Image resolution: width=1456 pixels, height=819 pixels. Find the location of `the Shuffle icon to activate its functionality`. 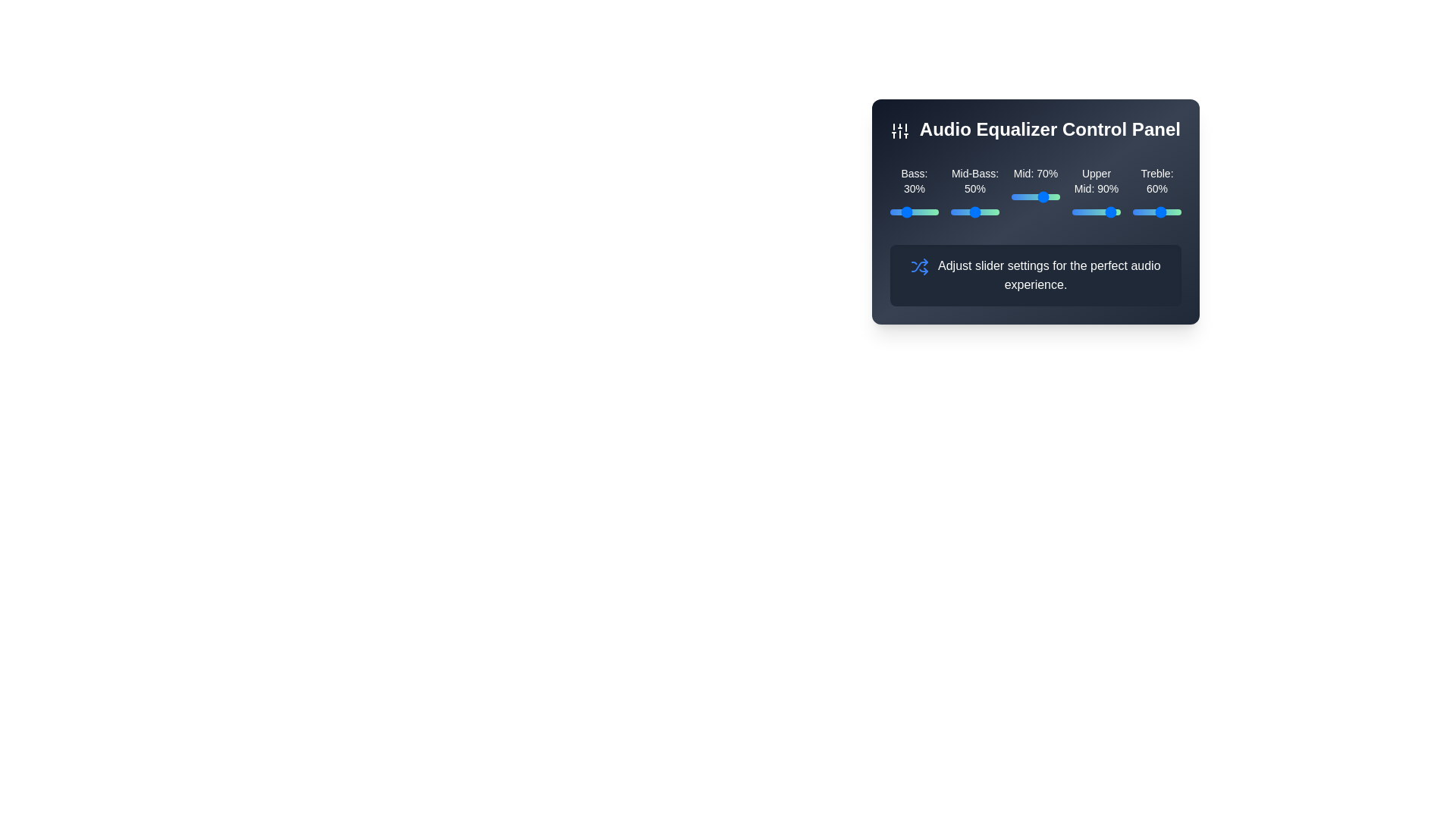

the Shuffle icon to activate its functionality is located at coordinates (919, 265).